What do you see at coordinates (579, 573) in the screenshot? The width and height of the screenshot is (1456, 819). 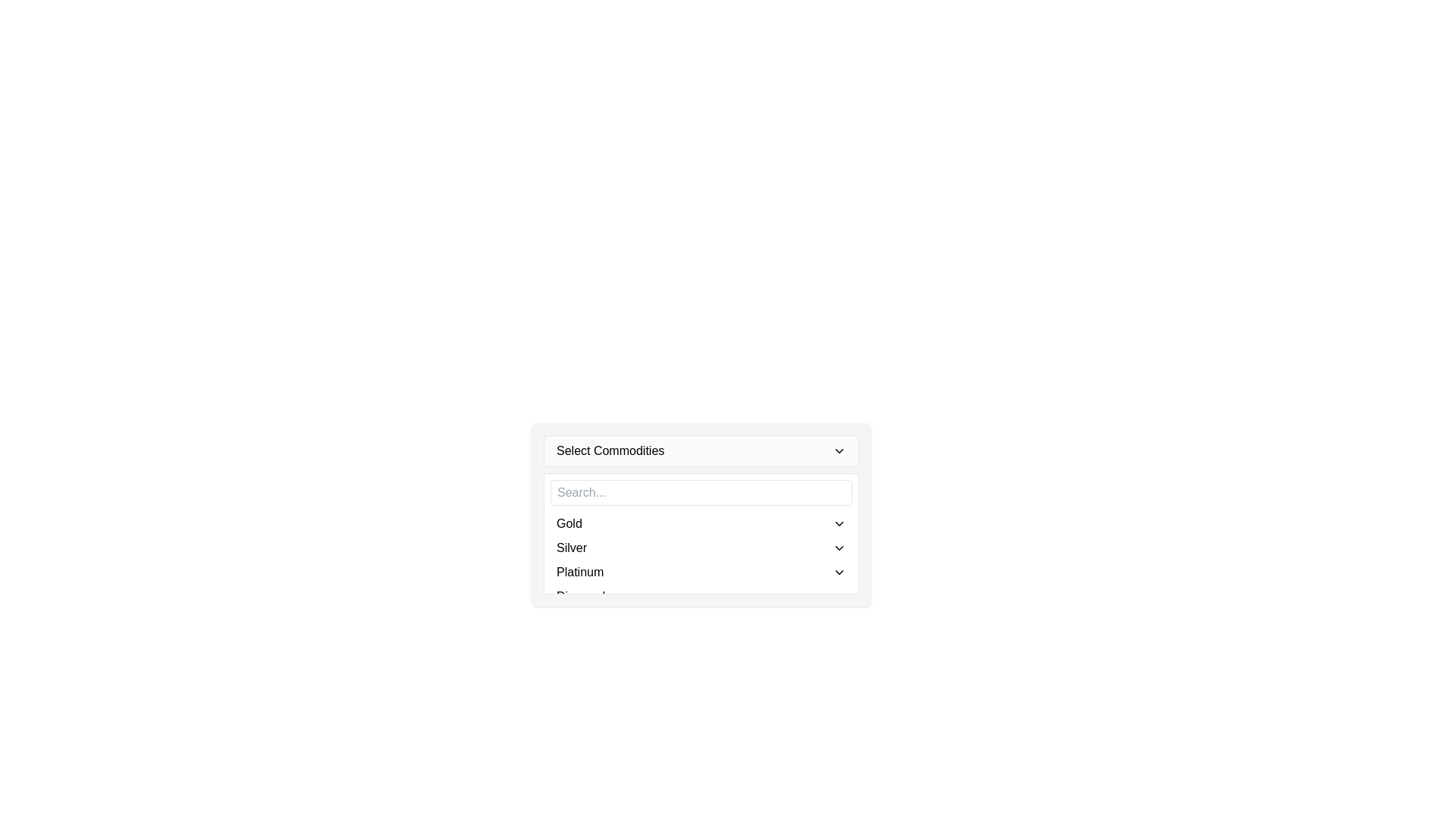 I see `the text label representing the commodity 'Platinum' in the dropdown menu titled 'Select Commodities'` at bounding box center [579, 573].